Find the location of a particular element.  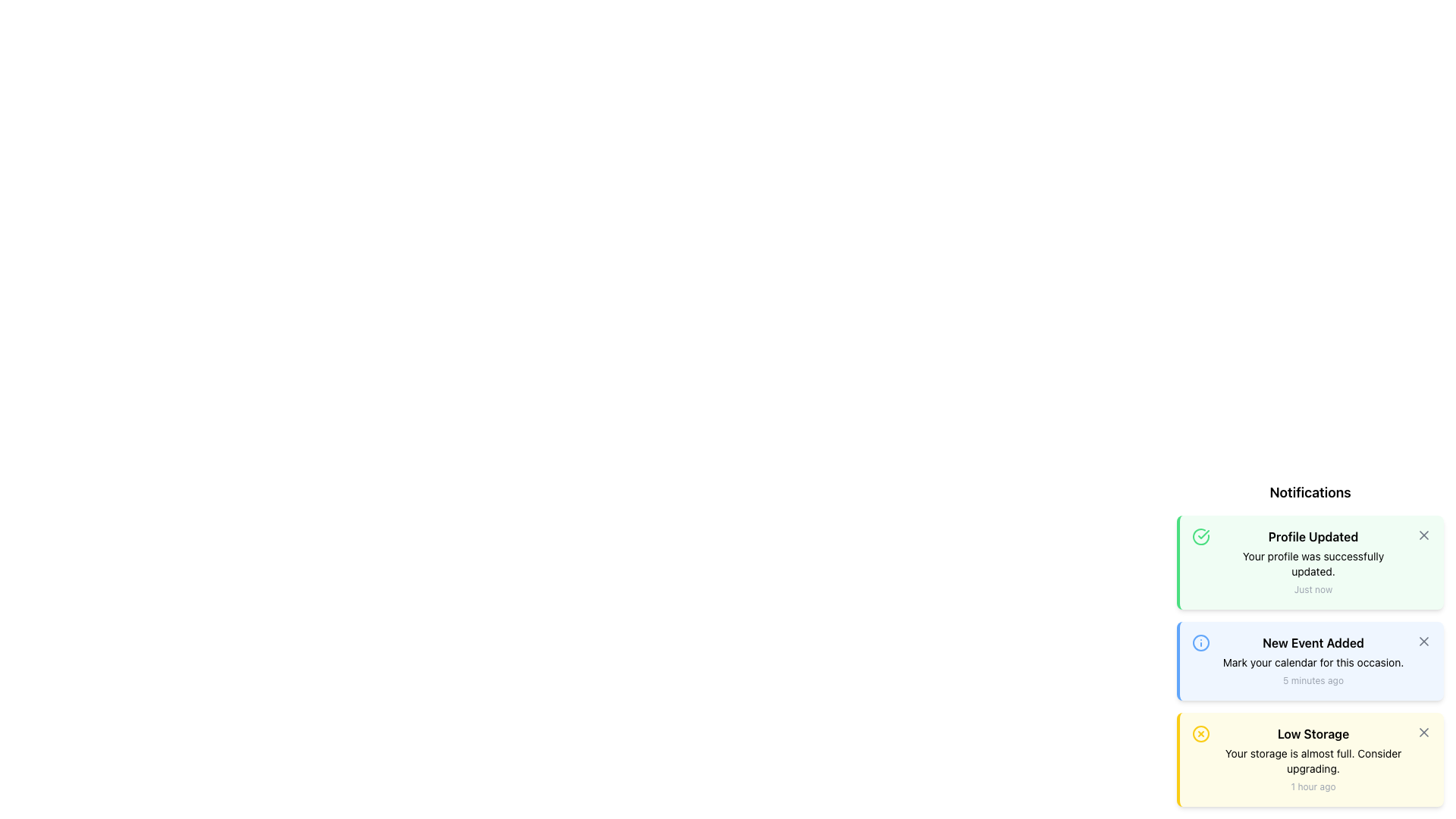

the red 'X' close button located in the top-right corner of the 'Low Storage' notification card is located at coordinates (1423, 731).